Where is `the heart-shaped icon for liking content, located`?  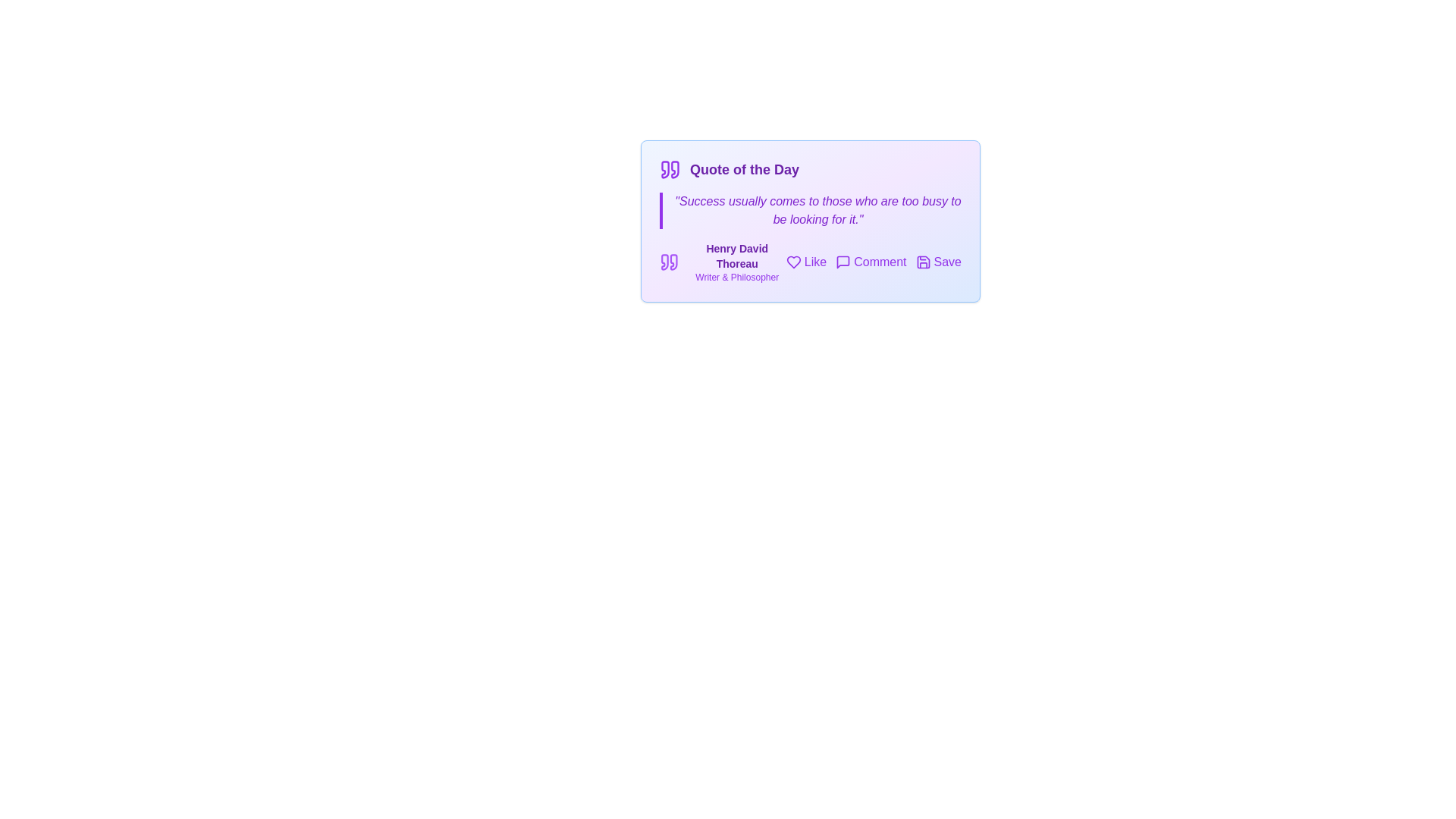 the heart-shaped icon for liking content, located is located at coordinates (792, 262).